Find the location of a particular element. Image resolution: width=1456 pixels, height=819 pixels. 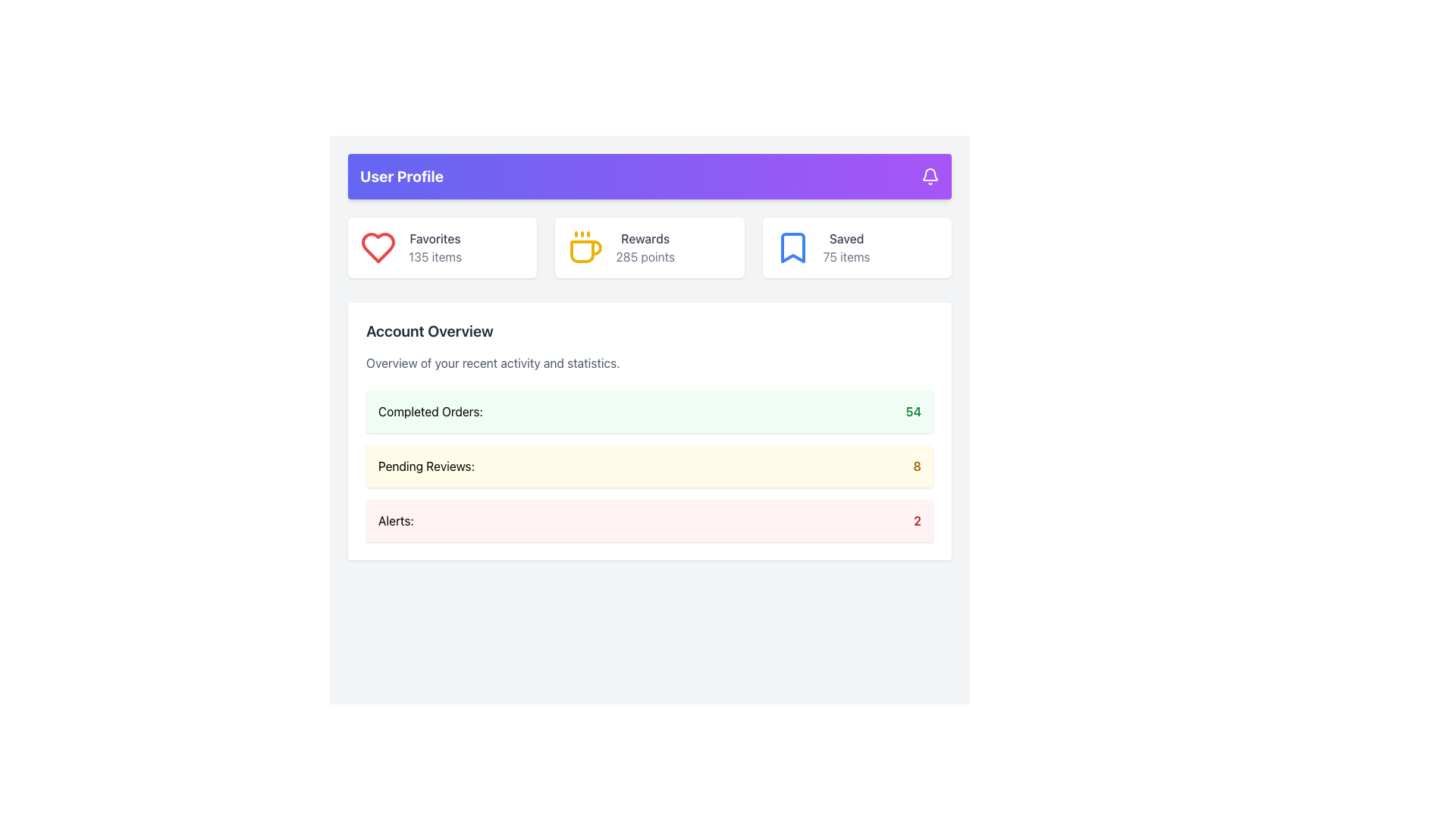

the bell-shaped notification icon located at the far right of the top bar labeled 'User Profile' is located at coordinates (930, 175).